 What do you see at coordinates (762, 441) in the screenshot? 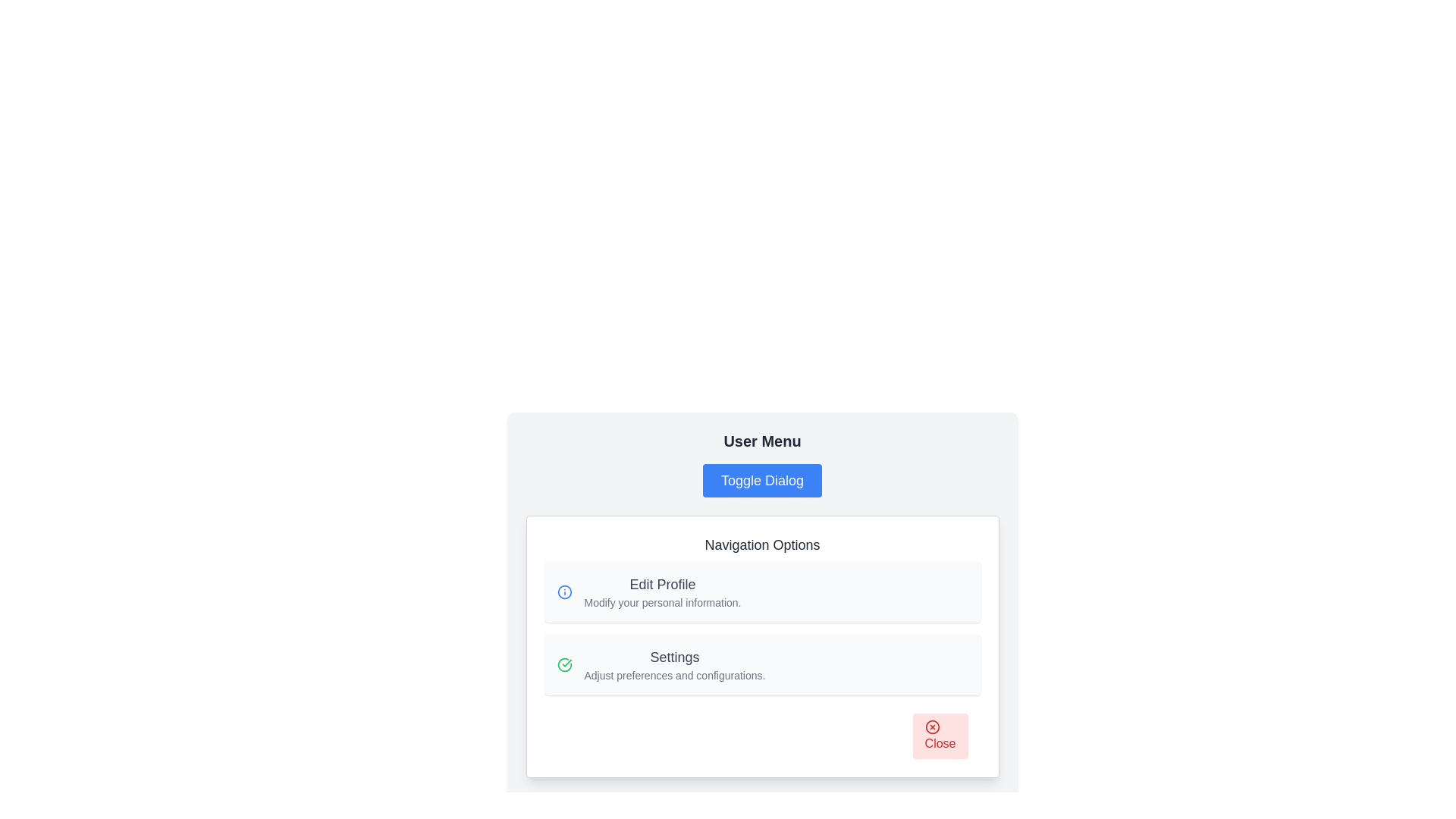
I see `text content of the 'User Menu' title label located at the top center of the dialog box, above the 'Toggle Dialog' button` at bounding box center [762, 441].